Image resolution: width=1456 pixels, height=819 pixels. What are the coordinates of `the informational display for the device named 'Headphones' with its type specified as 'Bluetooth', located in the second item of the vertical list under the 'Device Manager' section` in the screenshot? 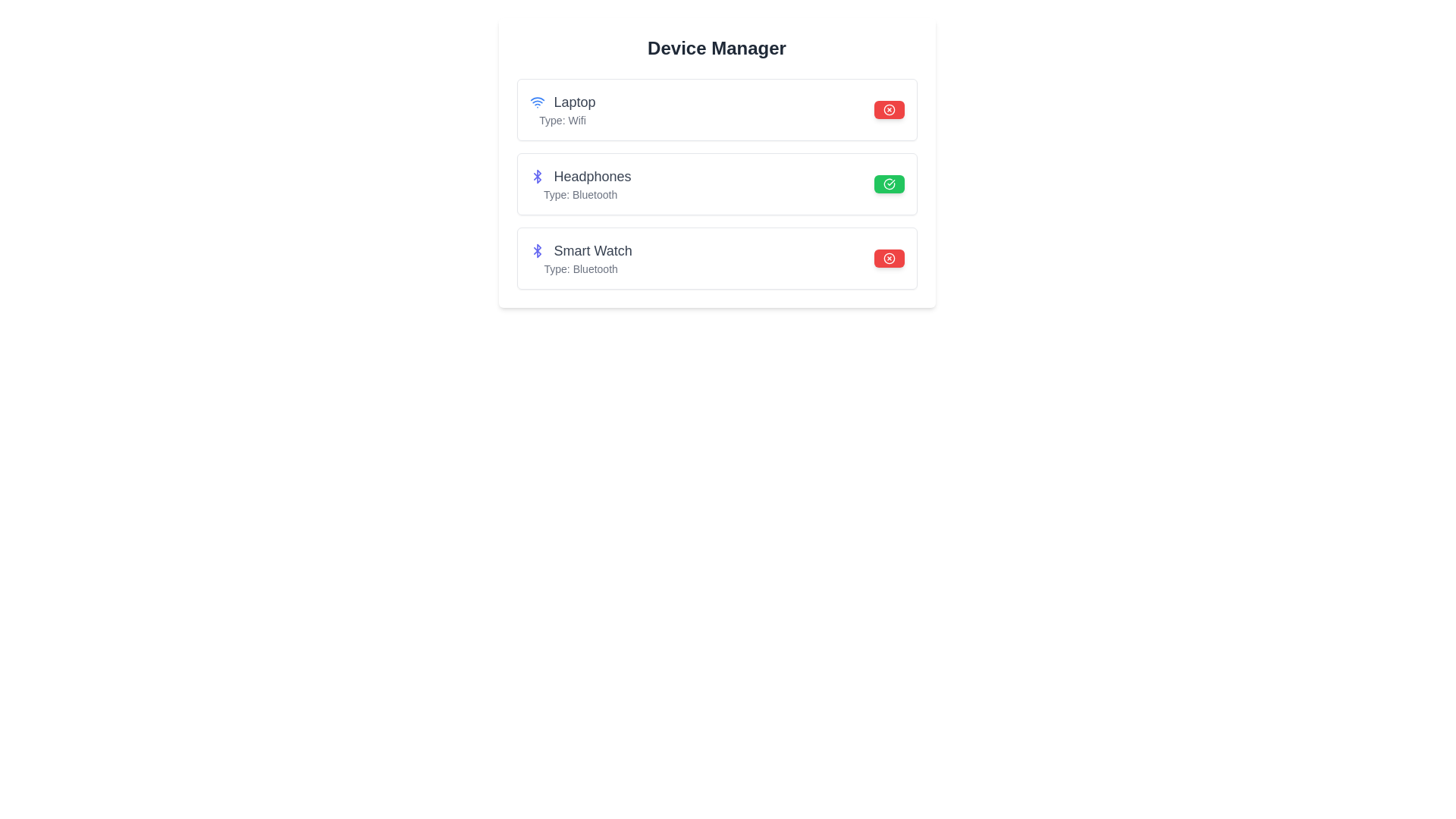 It's located at (579, 184).